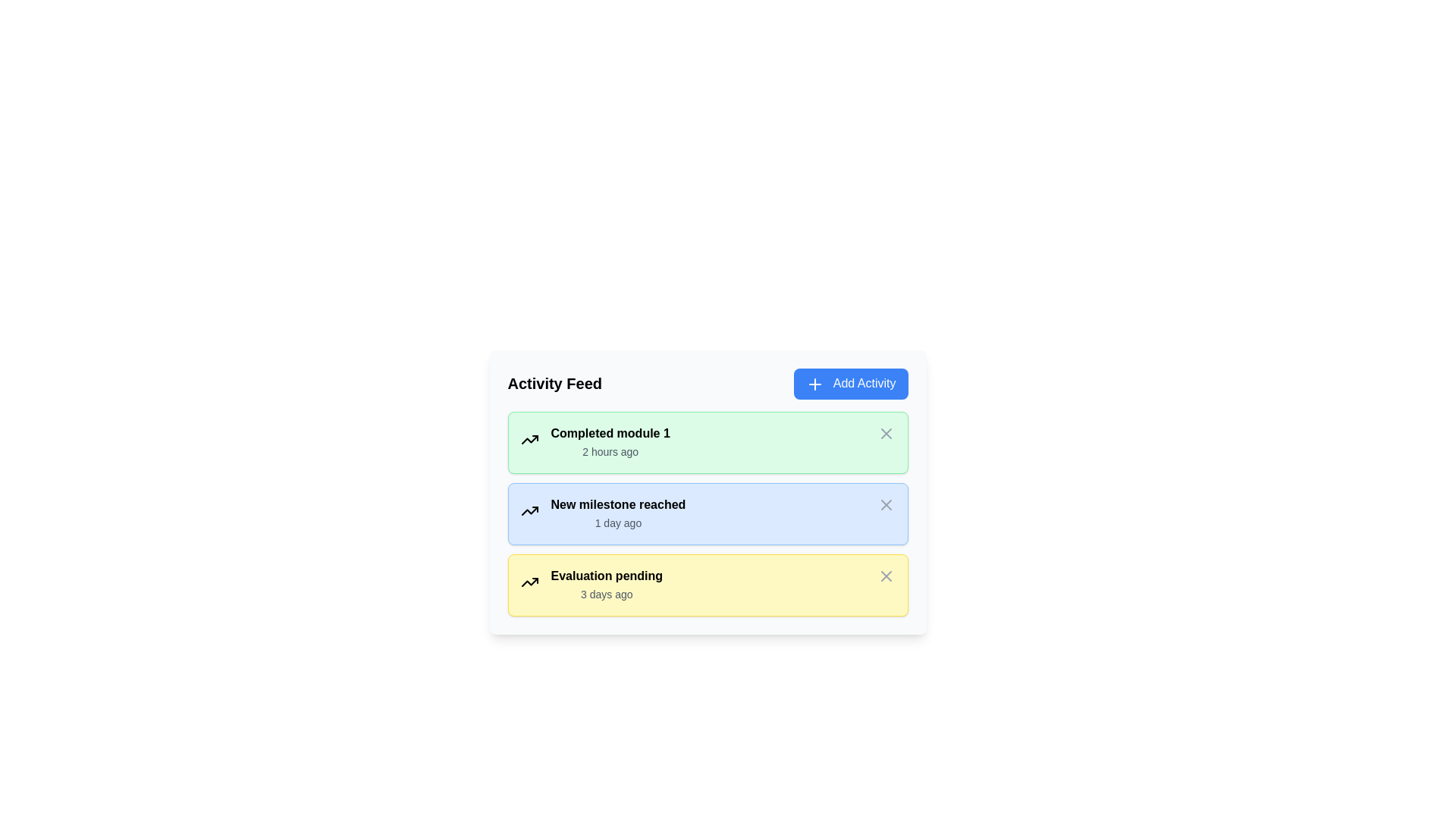  Describe the element at coordinates (707, 584) in the screenshot. I see `information displayed in the Notification card that shows 'Evaluation pending' and was posted '3 days ago', located at the bottom of the activity feed` at that location.